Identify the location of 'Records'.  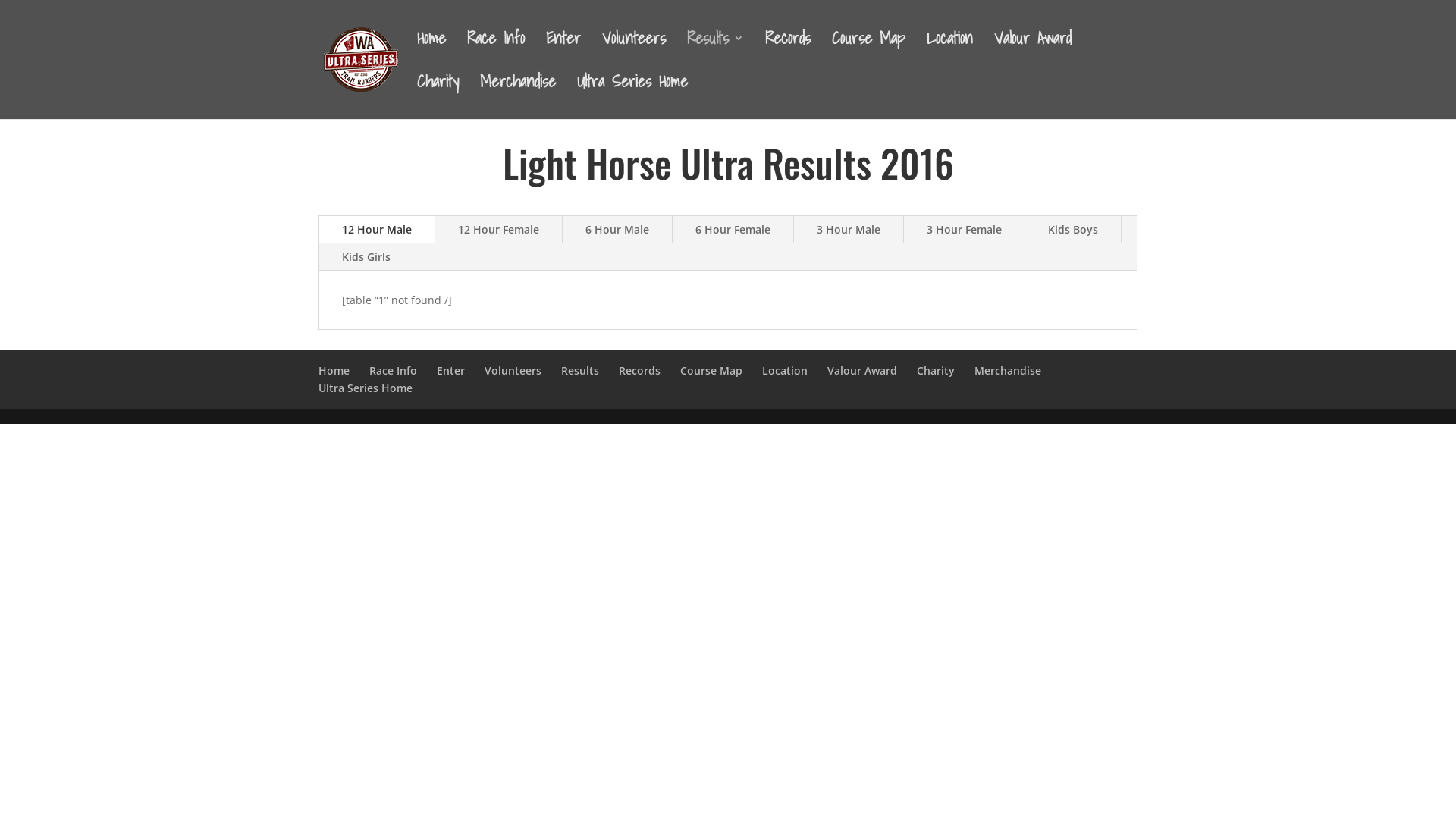
(619, 370).